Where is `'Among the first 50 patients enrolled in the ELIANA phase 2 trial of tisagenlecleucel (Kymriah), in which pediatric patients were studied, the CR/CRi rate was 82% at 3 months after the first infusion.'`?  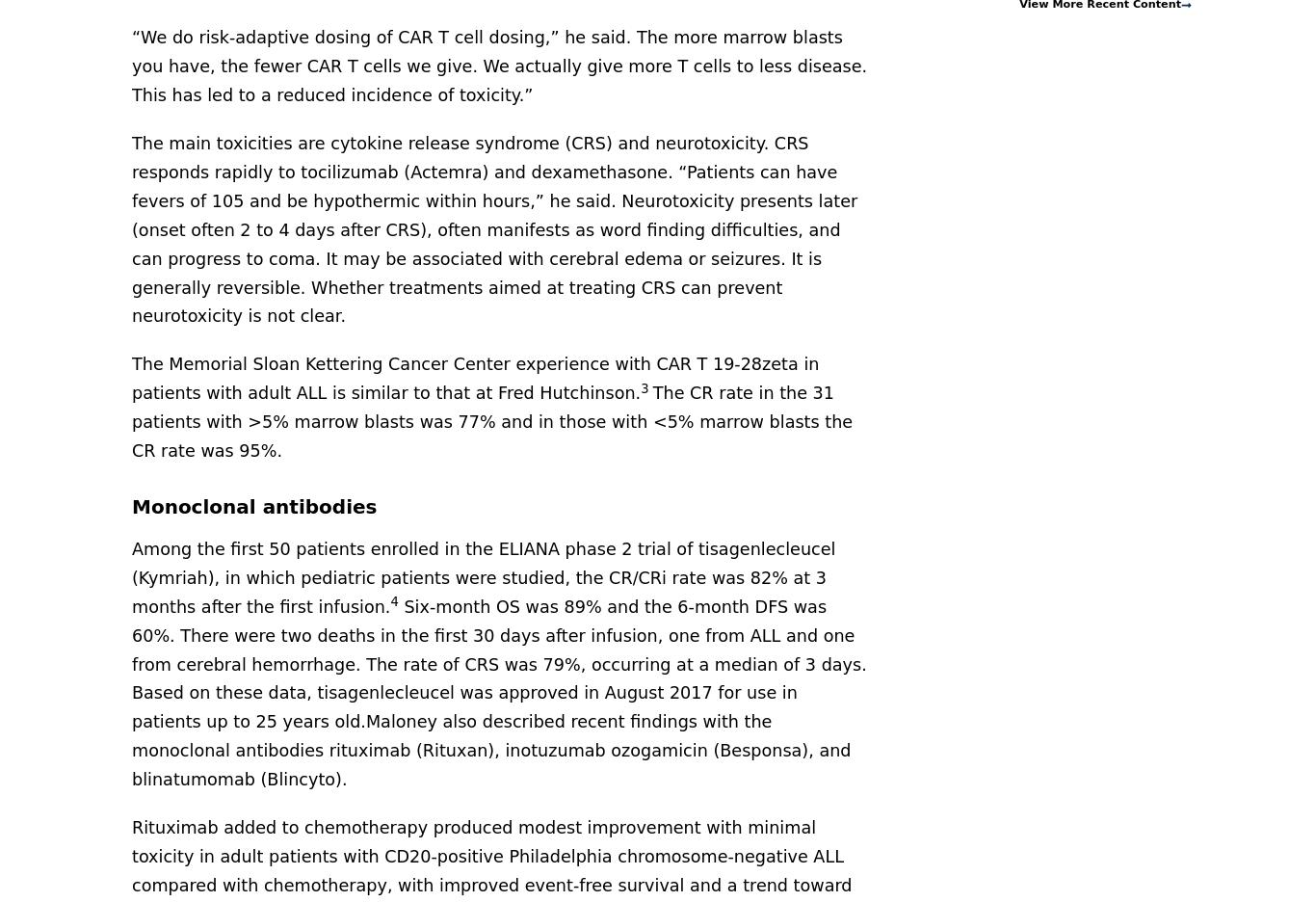 'Among the first 50 patients enrolled in the ELIANA phase 2 trial of tisagenlecleucel (Kymriah), in which pediatric patients were studied, the CR/CRi rate was 82% at 3 months after the first infusion.' is located at coordinates (484, 577).